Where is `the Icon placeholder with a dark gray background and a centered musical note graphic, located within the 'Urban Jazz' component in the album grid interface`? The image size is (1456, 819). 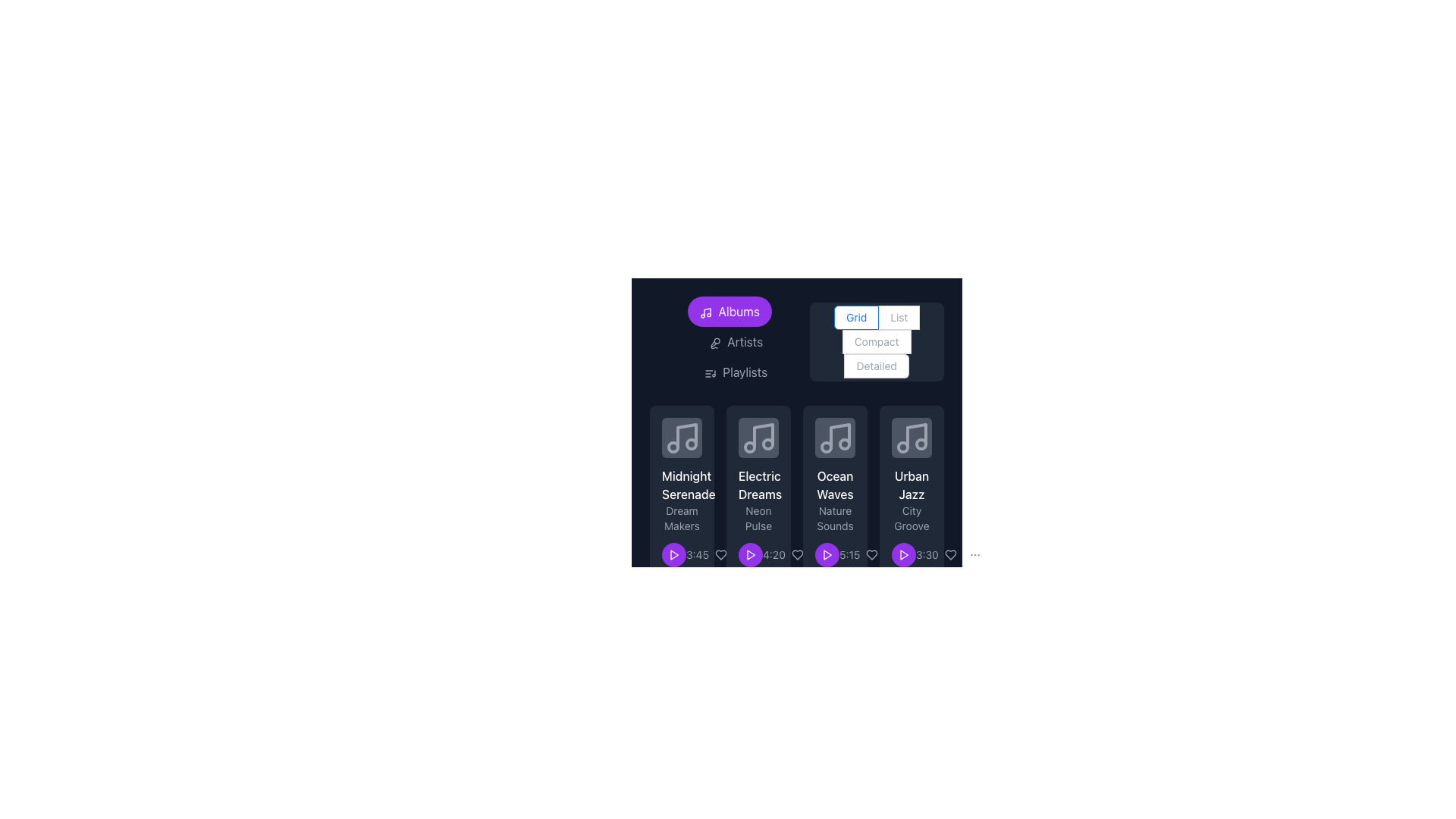
the Icon placeholder with a dark gray background and a centered musical note graphic, located within the 'Urban Jazz' component in the album grid interface is located at coordinates (911, 438).